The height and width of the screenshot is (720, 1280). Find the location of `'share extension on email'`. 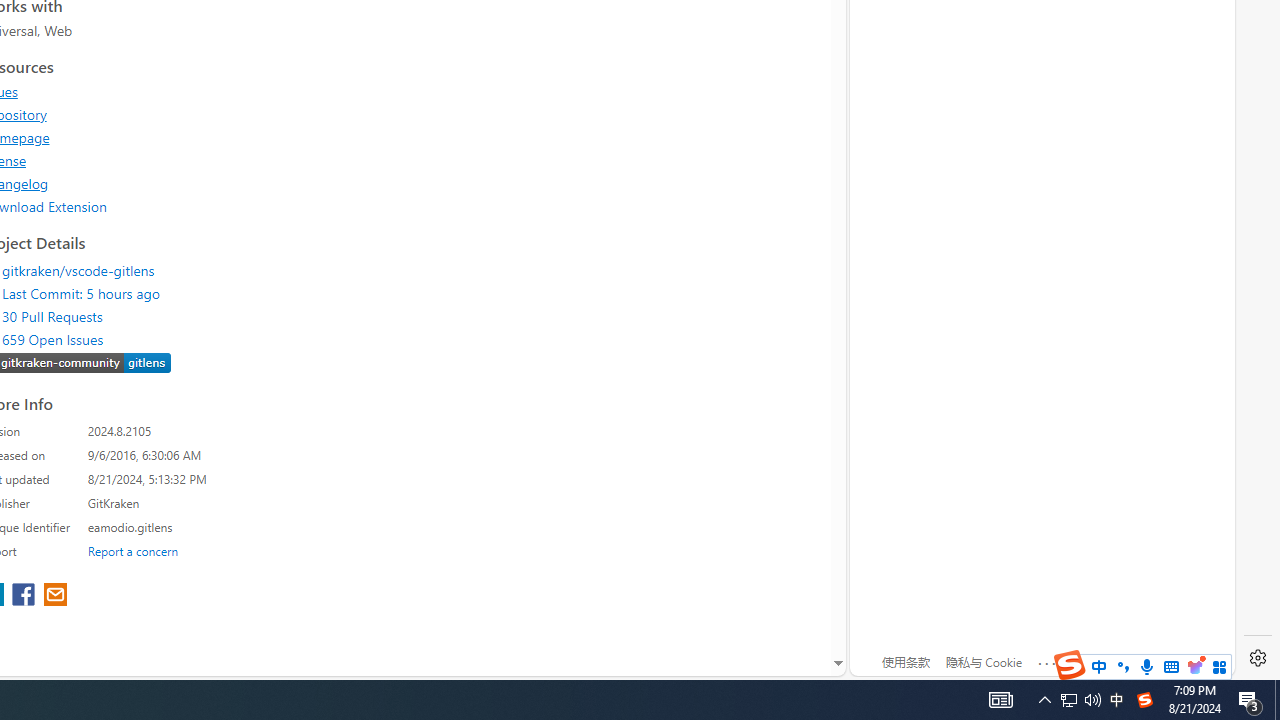

'share extension on email' is located at coordinates (55, 595).